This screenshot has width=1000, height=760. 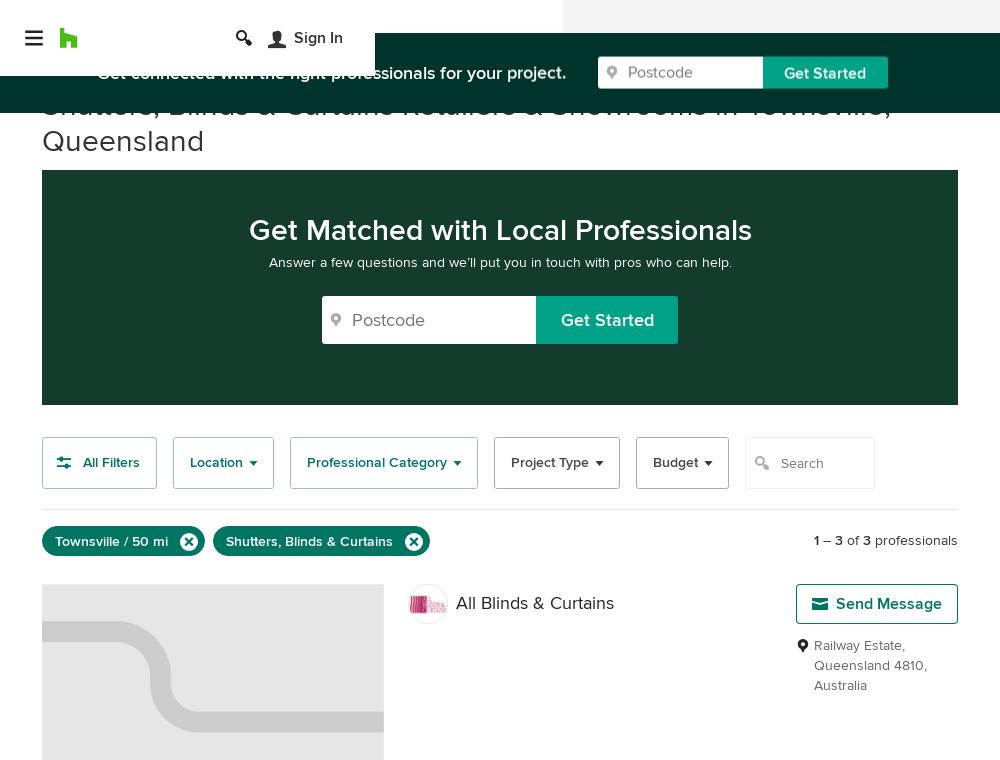 What do you see at coordinates (465, 123) in the screenshot?
I see `'Shutters, Blinds & Curtains Retailers & Showrooms in Townsville, Queensland'` at bounding box center [465, 123].